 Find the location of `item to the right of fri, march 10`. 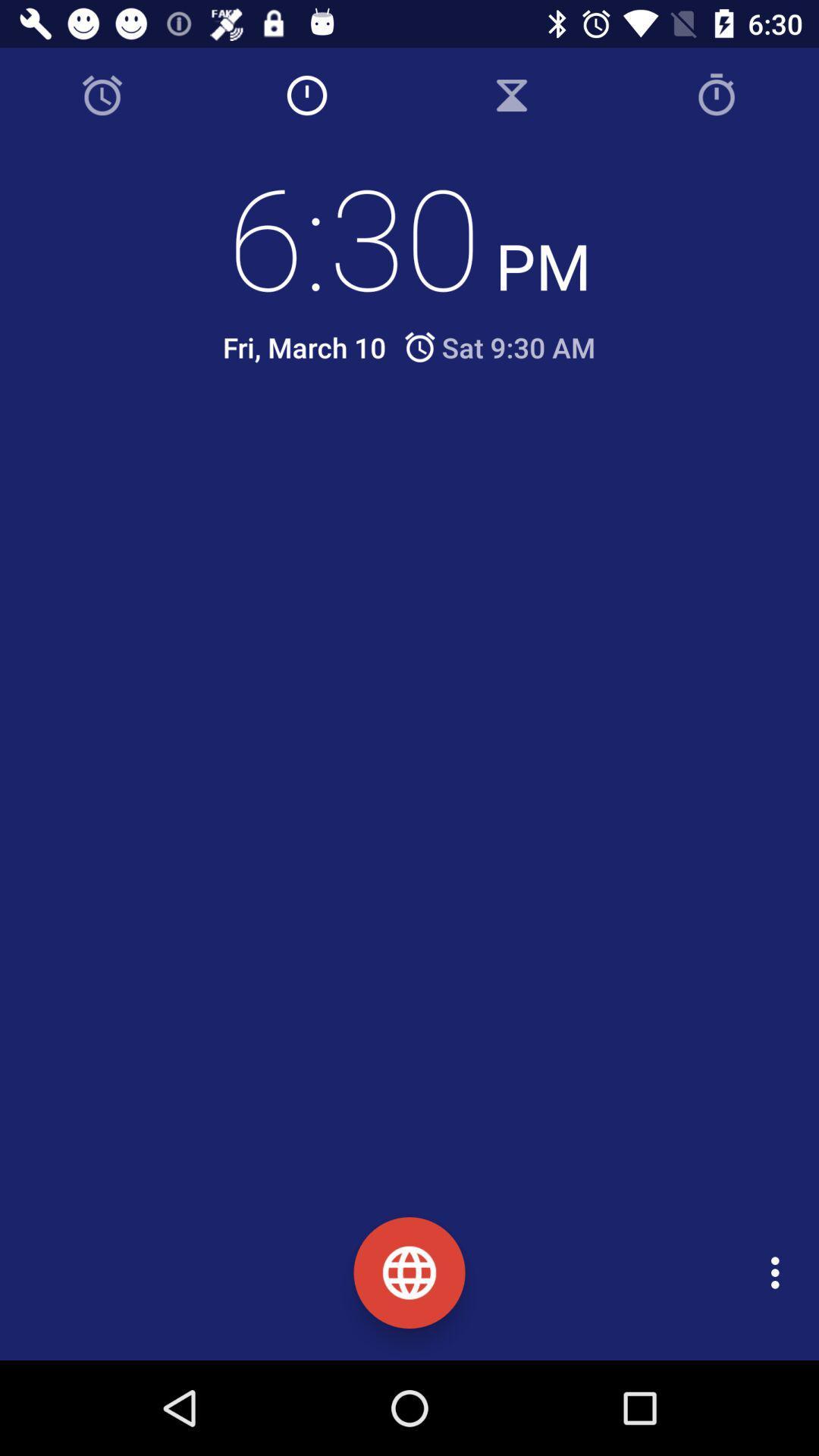

item to the right of fri, march 10 is located at coordinates (498, 347).